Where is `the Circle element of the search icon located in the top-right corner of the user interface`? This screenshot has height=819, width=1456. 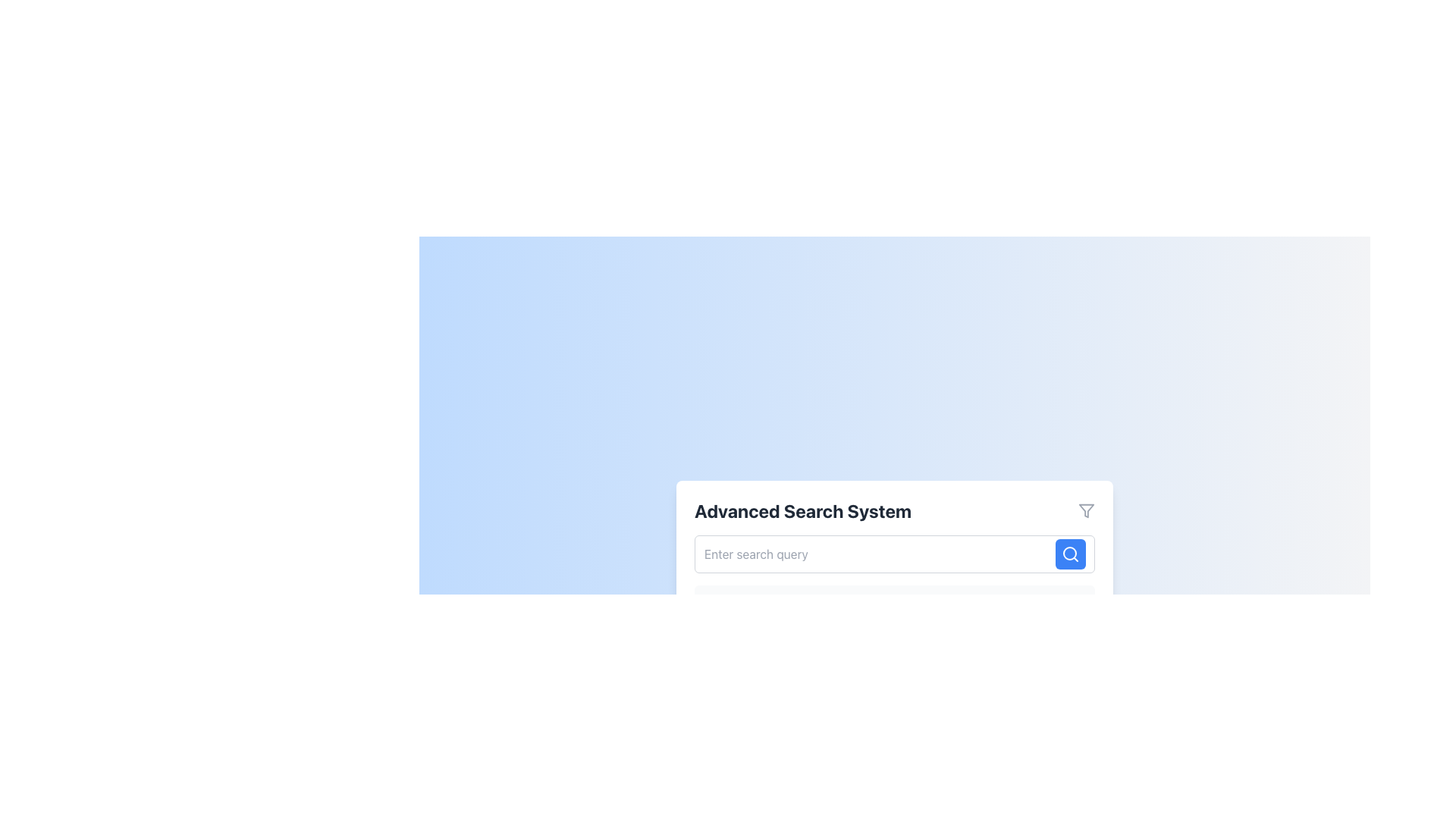
the Circle element of the search icon located in the top-right corner of the user interface is located at coordinates (1069, 553).